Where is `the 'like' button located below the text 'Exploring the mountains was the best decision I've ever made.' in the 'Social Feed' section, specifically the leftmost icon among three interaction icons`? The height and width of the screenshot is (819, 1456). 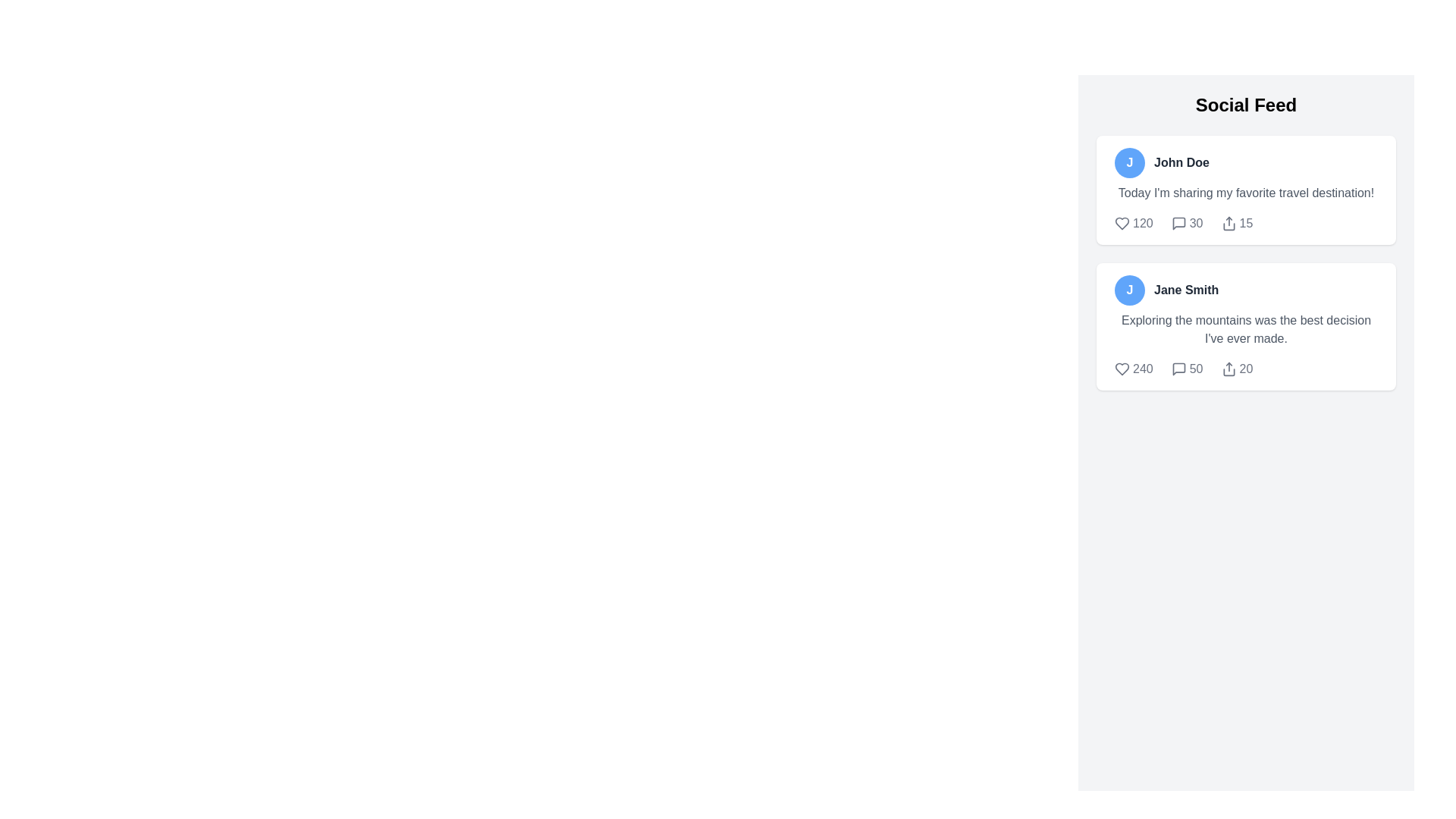 the 'like' button located below the text 'Exploring the mountains was the best decision I've ever made.' in the 'Social Feed' section, specifically the leftmost icon among three interaction icons is located at coordinates (1122, 369).